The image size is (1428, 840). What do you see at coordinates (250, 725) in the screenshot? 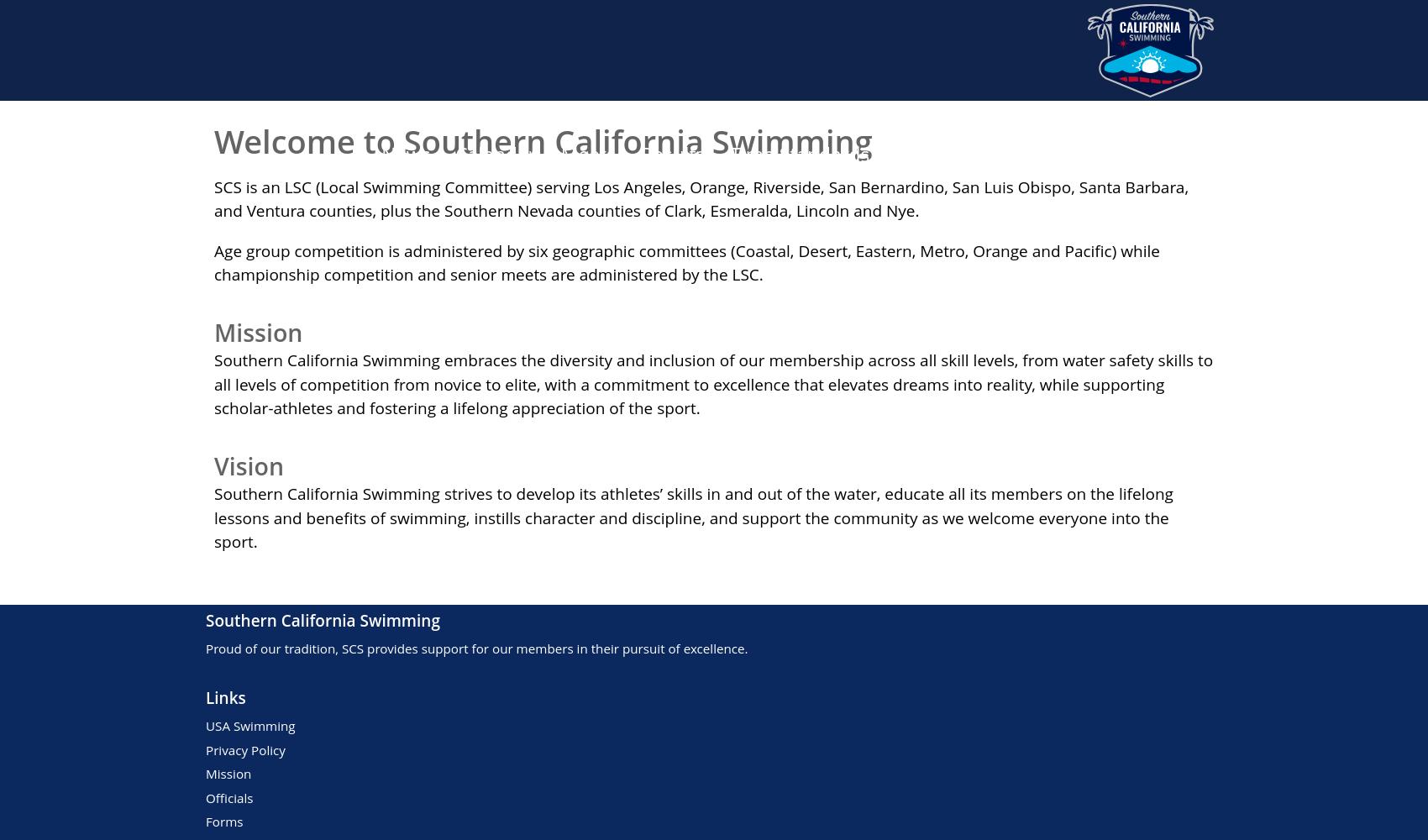
I see `'USA Swimming'` at bounding box center [250, 725].